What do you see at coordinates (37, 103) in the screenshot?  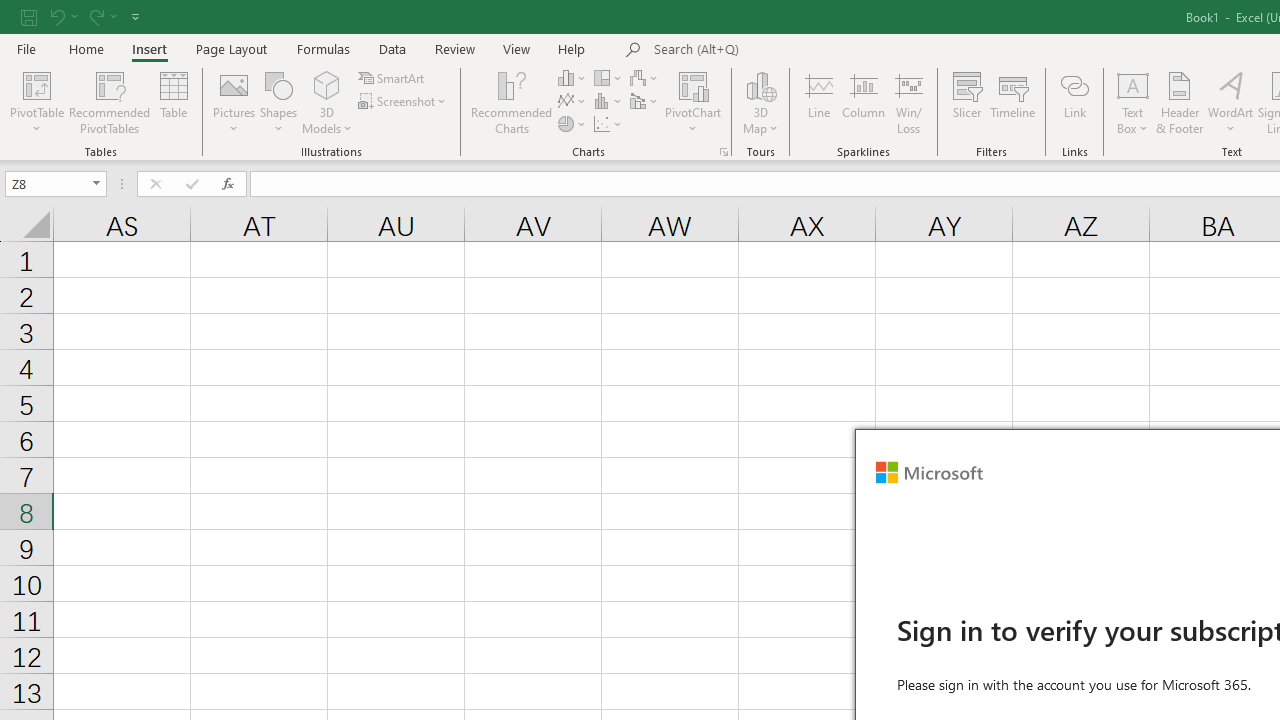 I see `'PivotTable'` at bounding box center [37, 103].